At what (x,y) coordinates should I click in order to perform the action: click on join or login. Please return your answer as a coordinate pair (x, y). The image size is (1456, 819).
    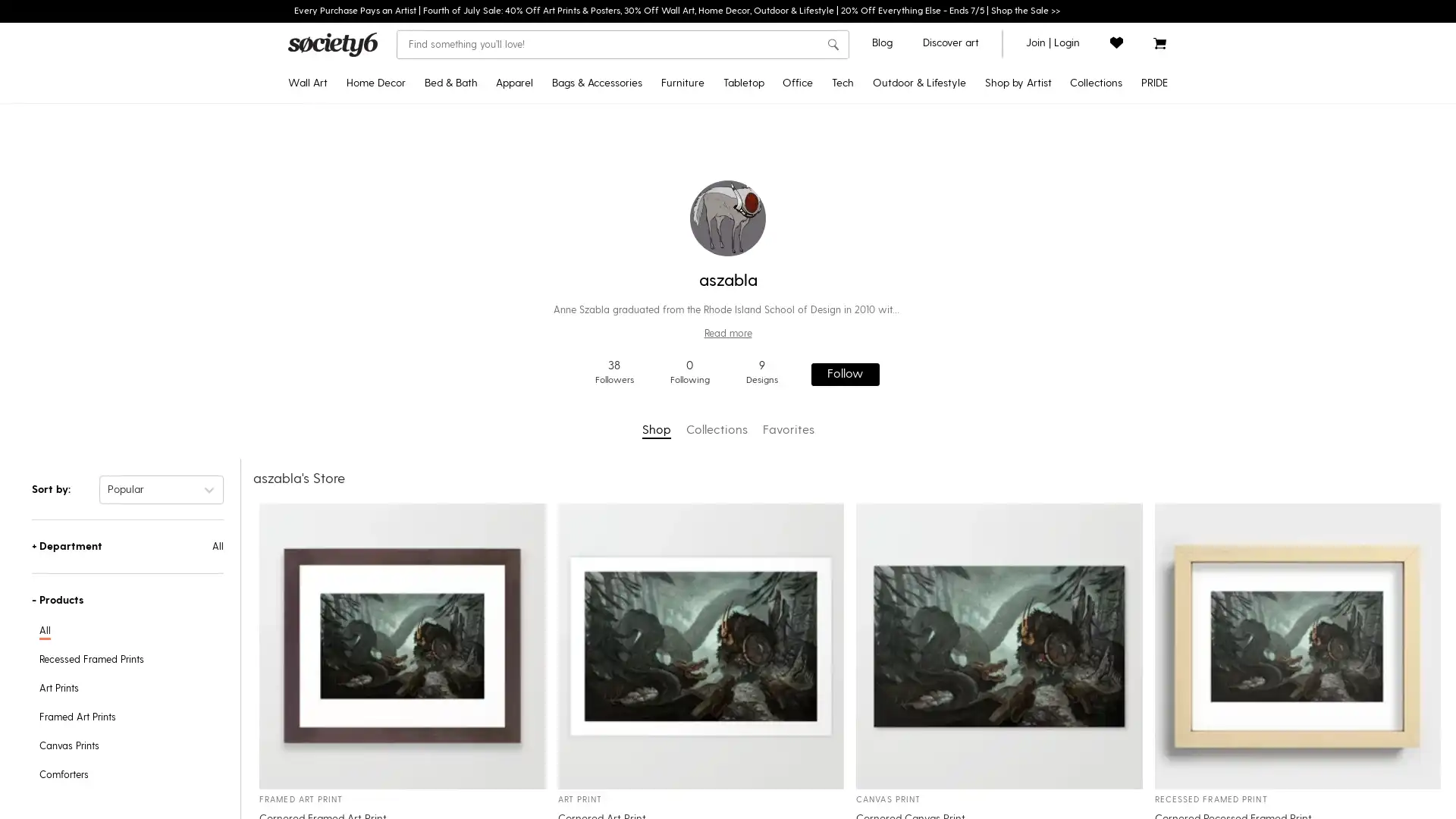
    Looking at the image, I should click on (1052, 42).